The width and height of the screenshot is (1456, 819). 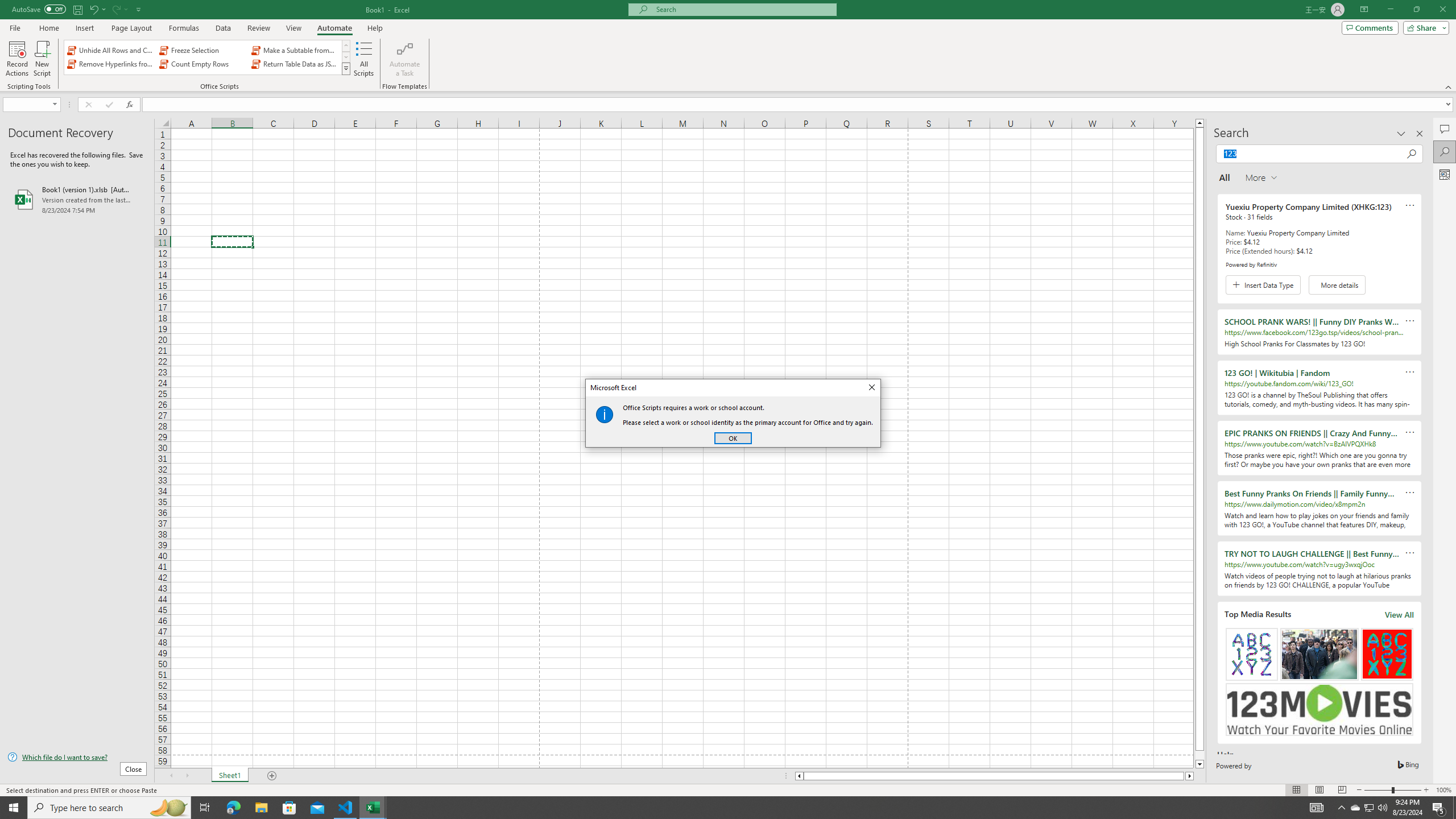 I want to click on 'Automate a Task', so click(x=404, y=59).